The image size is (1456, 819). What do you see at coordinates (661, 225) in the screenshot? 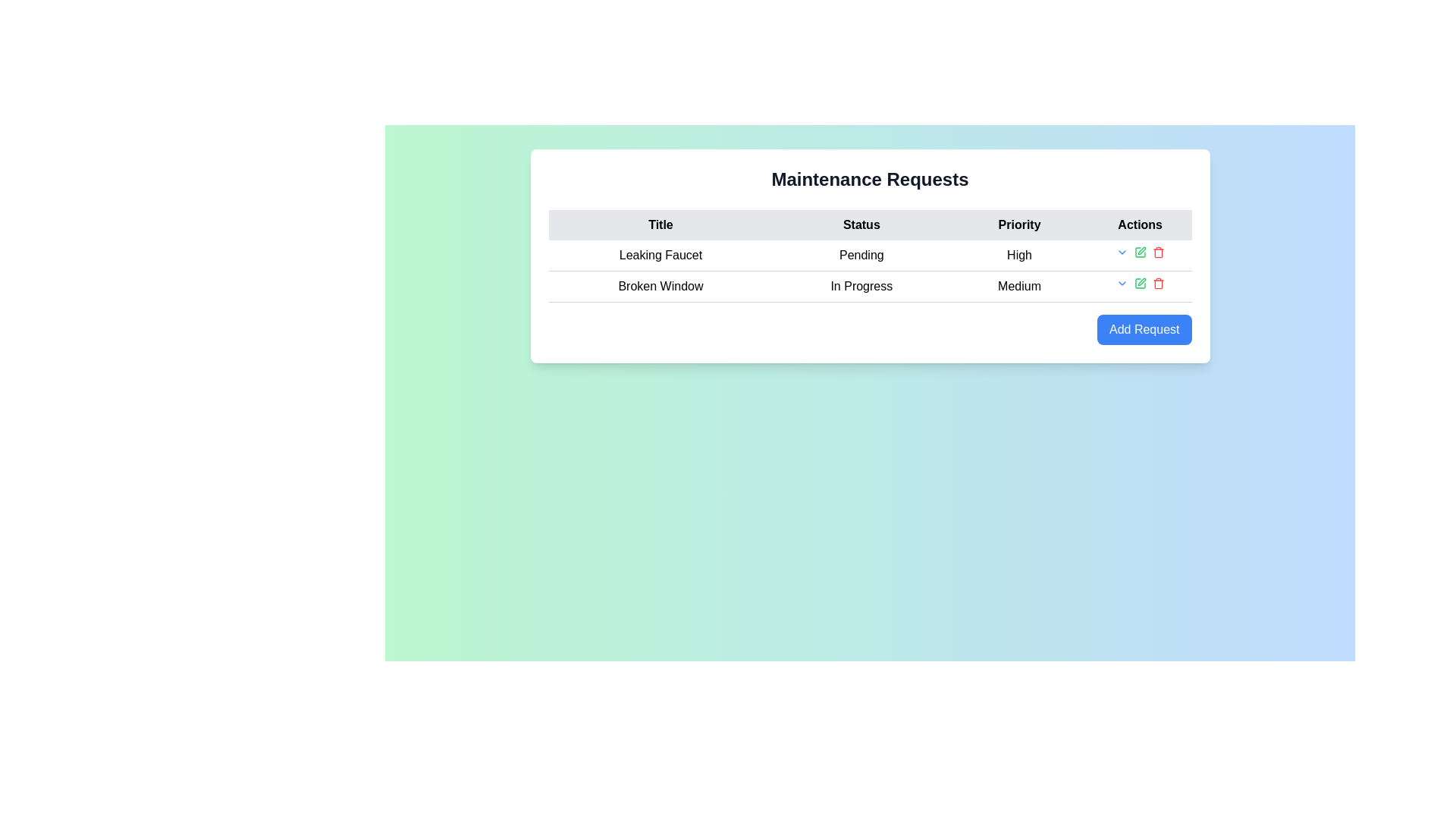
I see `the 'Title' text label, which is the first header column in the table indicating the content category of the first column` at bounding box center [661, 225].